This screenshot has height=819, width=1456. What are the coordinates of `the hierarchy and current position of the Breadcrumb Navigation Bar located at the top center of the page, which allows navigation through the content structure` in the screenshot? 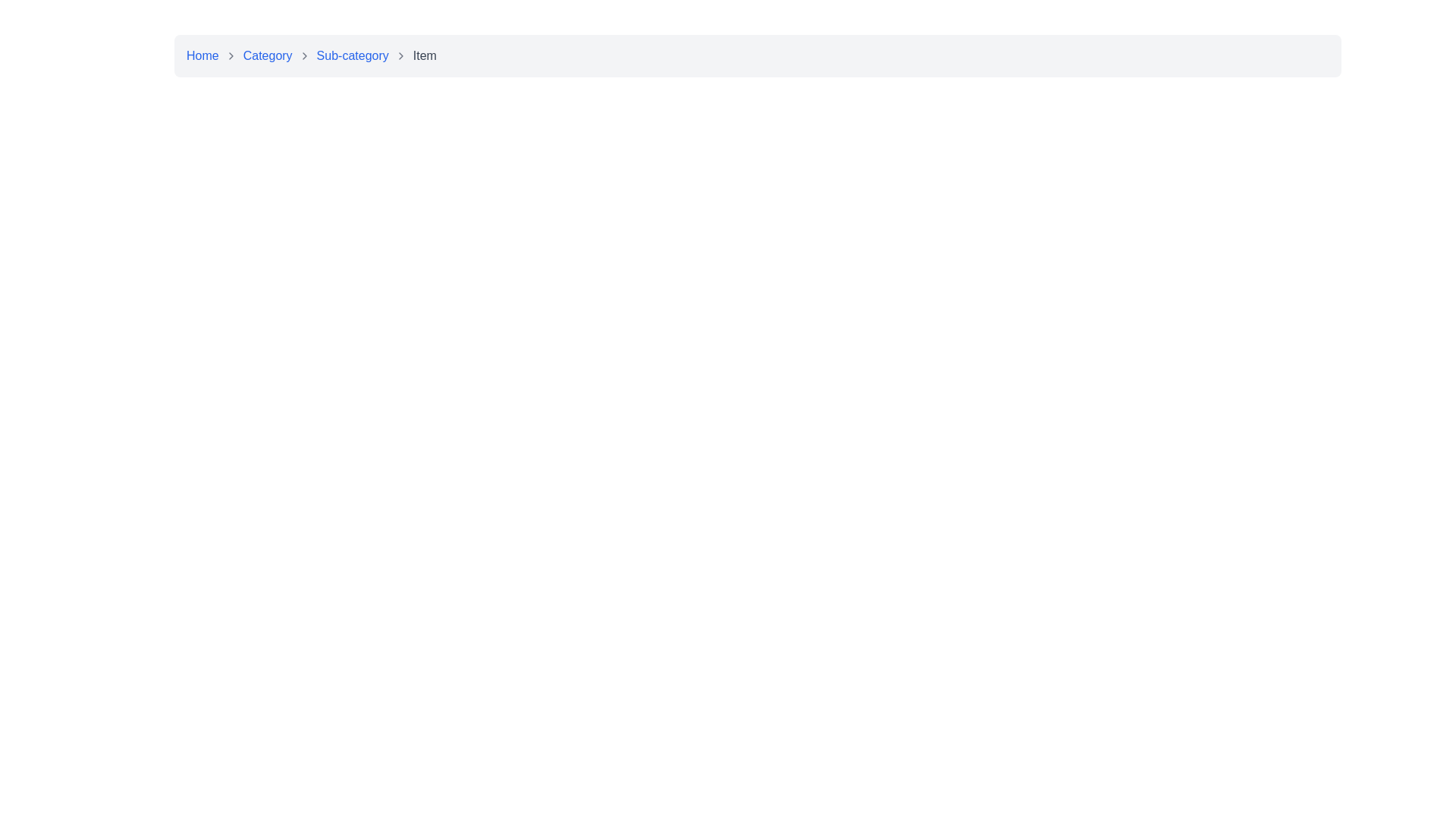 It's located at (758, 55).